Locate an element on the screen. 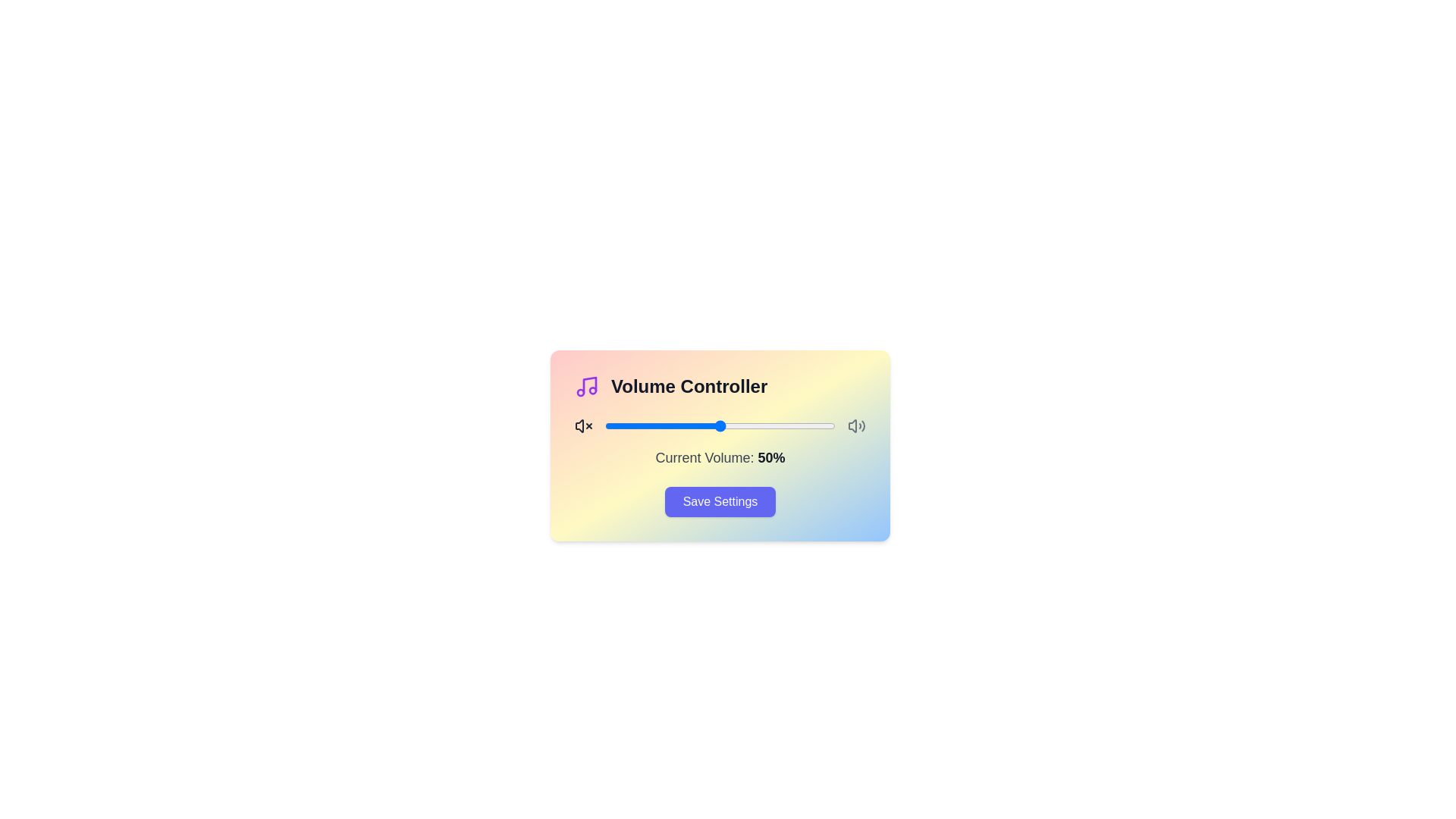 Image resolution: width=1456 pixels, height=819 pixels. the volume slider to 88% is located at coordinates (807, 426).